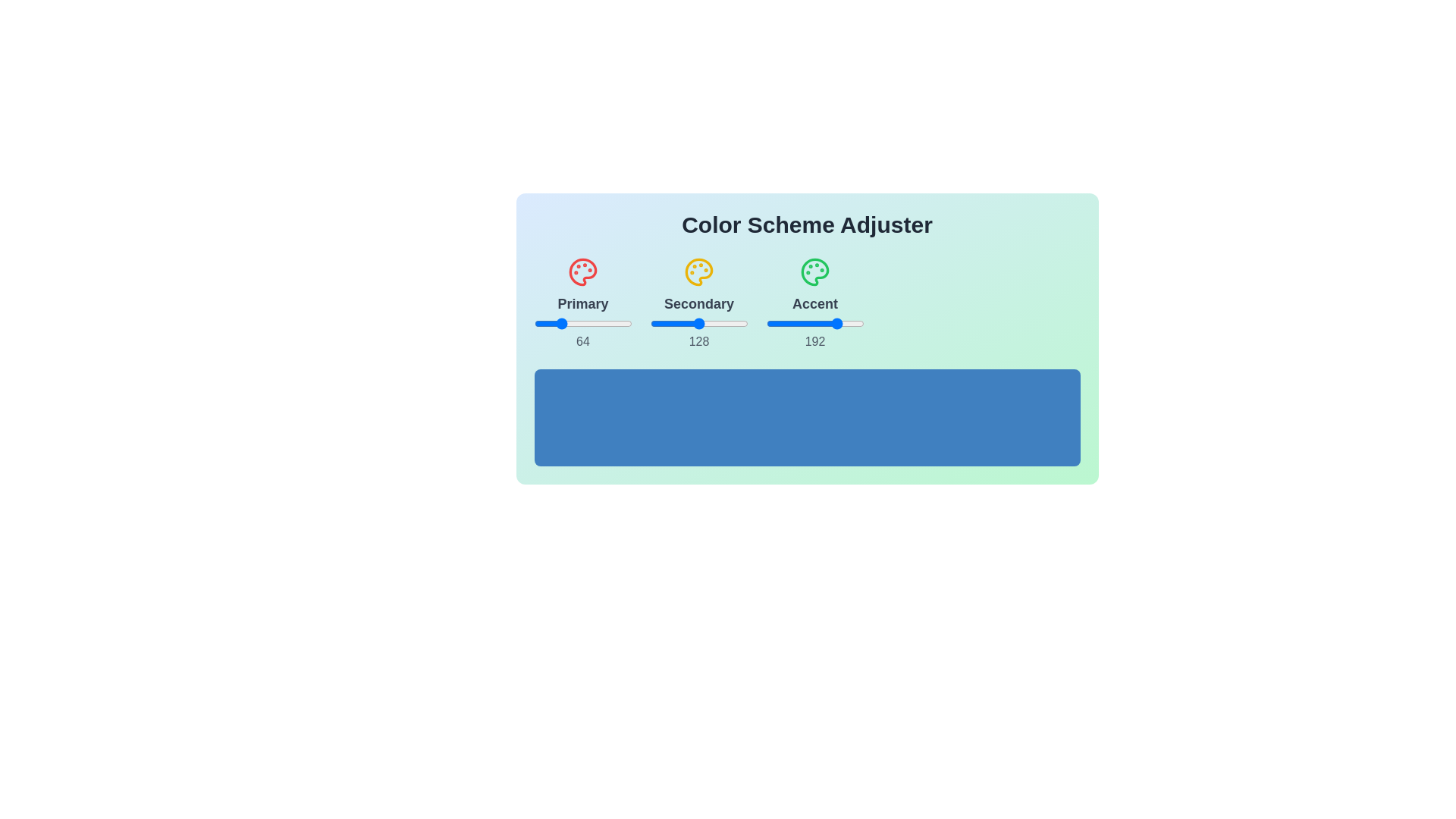 The image size is (1456, 819). What do you see at coordinates (590, 323) in the screenshot?
I see `the 0 slider to 20` at bounding box center [590, 323].